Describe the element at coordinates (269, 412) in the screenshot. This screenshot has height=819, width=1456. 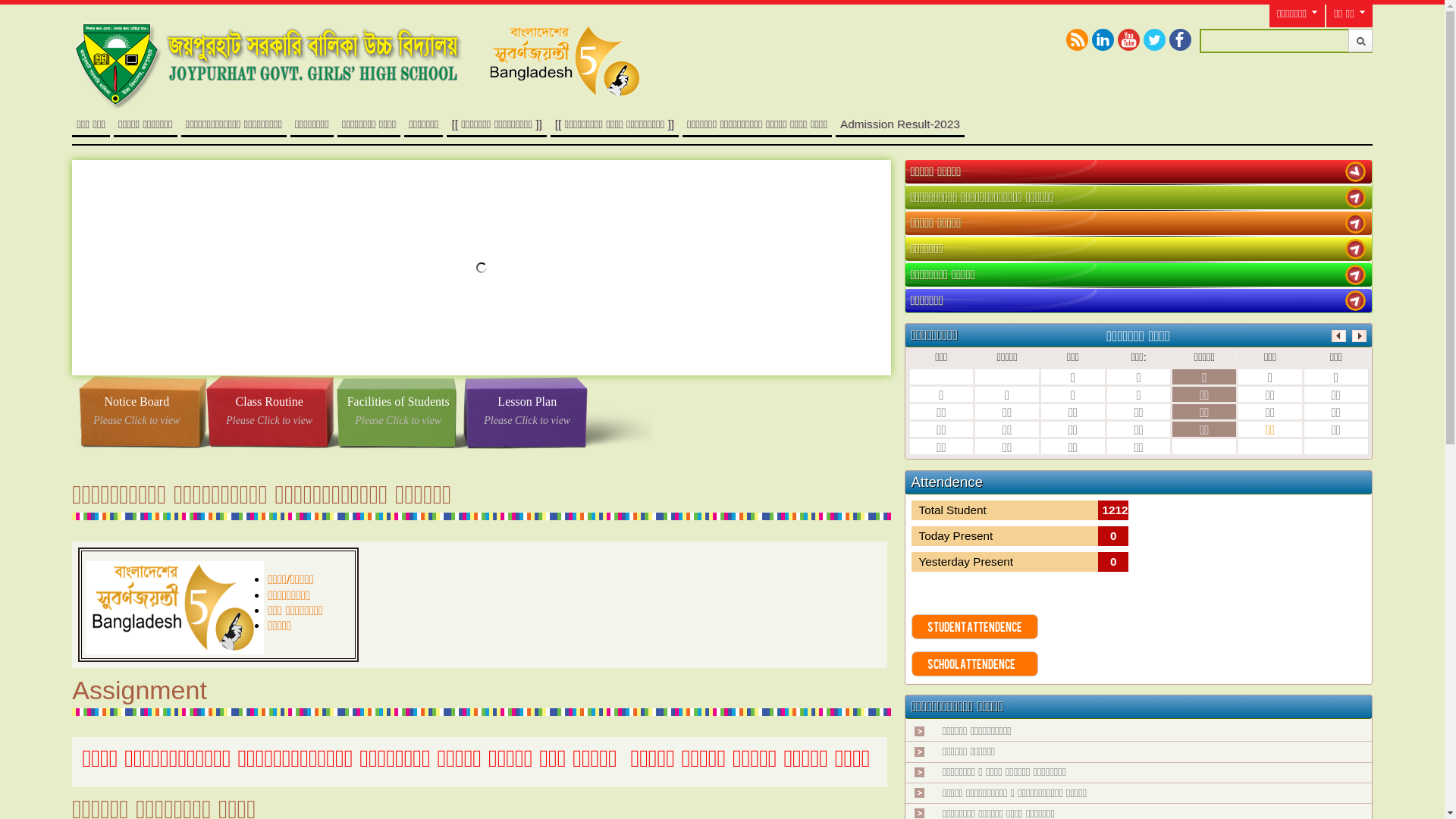
I see `'Class Routine` at that location.